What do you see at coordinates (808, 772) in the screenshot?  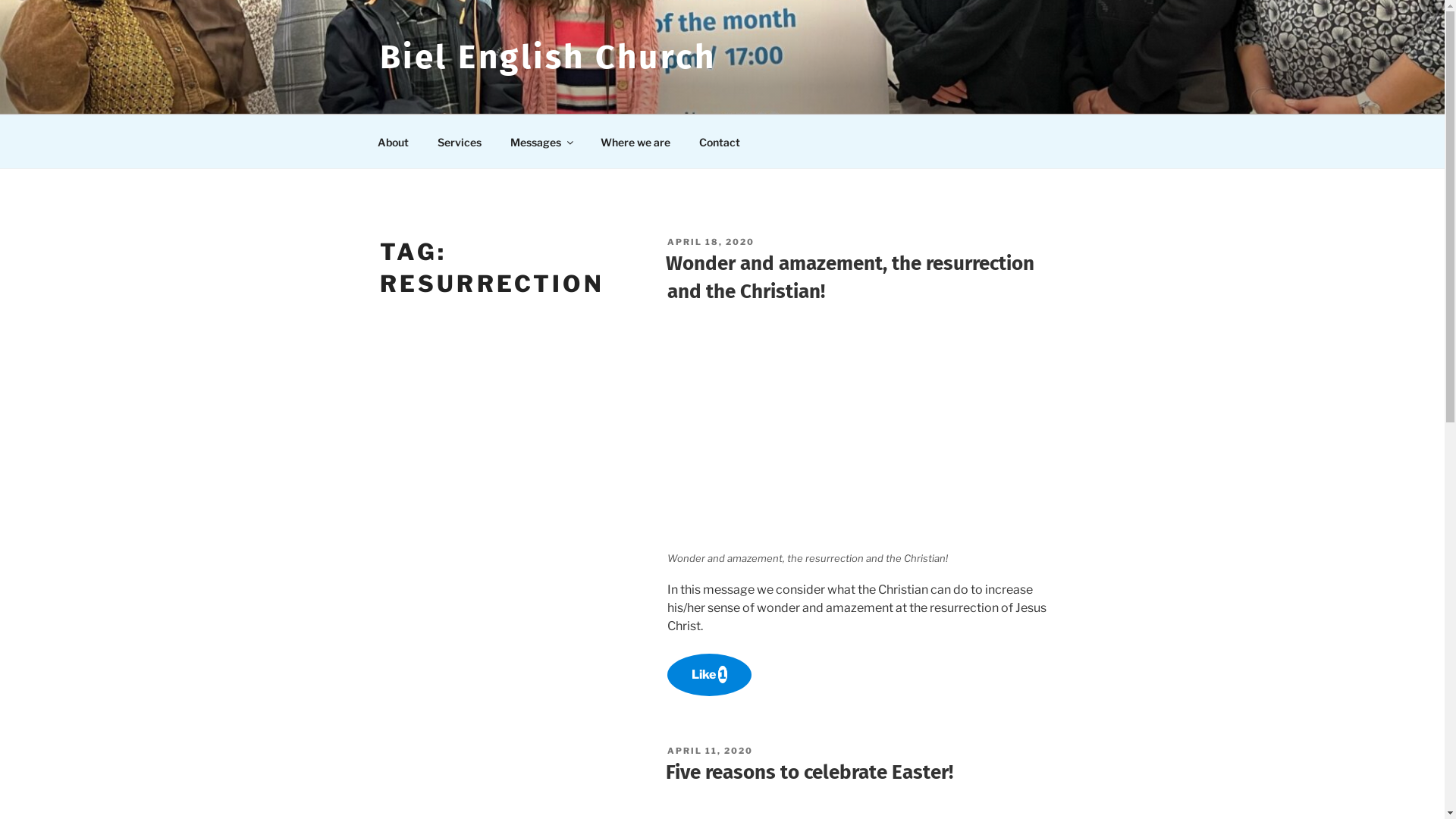 I see `'Five reasons to celebrate Easter!'` at bounding box center [808, 772].